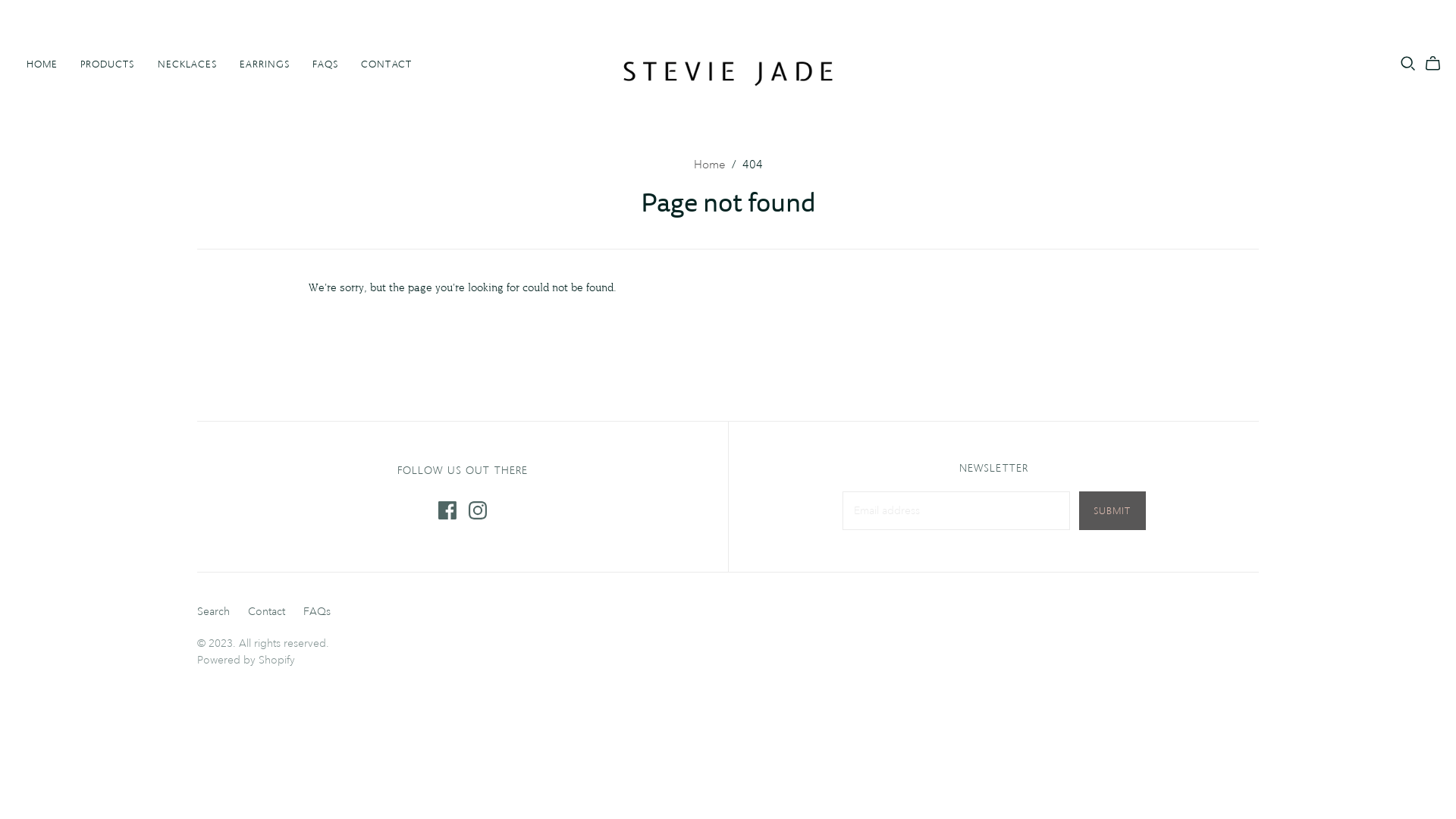 This screenshot has width=1456, height=819. Describe the element at coordinates (708, 165) in the screenshot. I see `'Home'` at that location.